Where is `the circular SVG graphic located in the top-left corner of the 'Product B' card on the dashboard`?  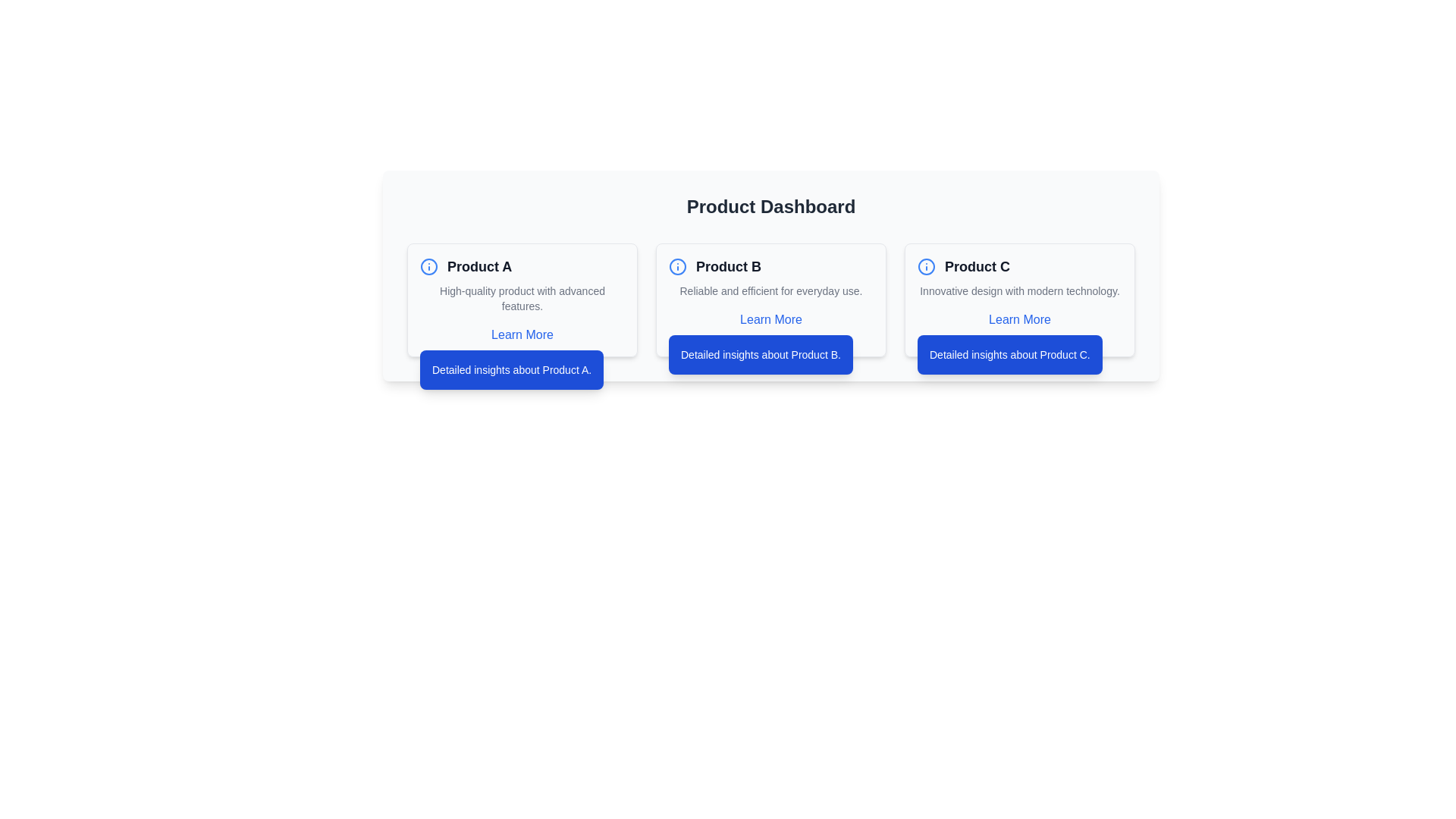
the circular SVG graphic located in the top-left corner of the 'Product B' card on the dashboard is located at coordinates (676, 265).